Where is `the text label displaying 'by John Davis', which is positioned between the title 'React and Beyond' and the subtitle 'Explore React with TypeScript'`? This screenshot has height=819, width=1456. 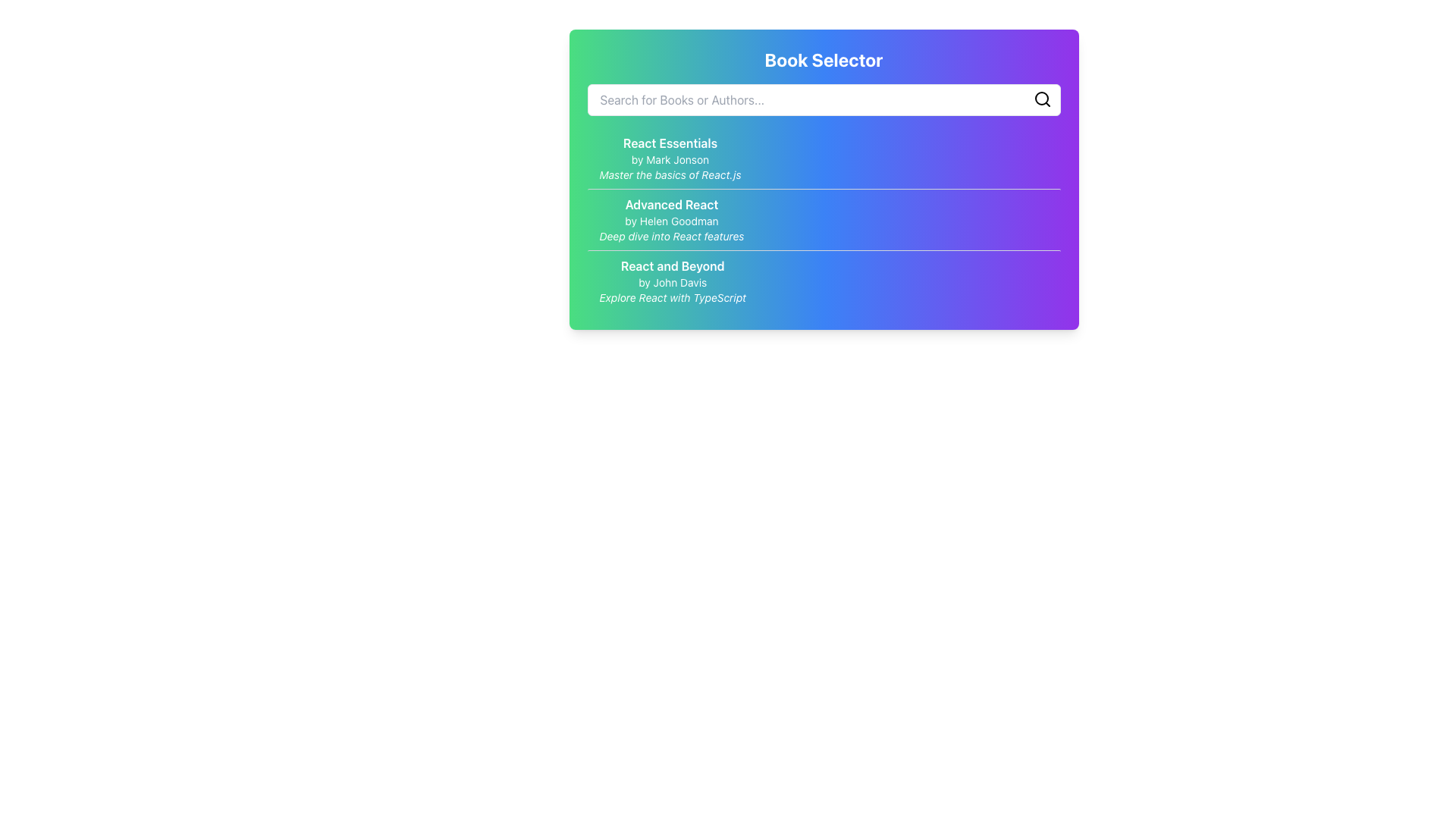
the text label displaying 'by John Davis', which is positioned between the title 'React and Beyond' and the subtitle 'Explore React with TypeScript' is located at coordinates (672, 283).